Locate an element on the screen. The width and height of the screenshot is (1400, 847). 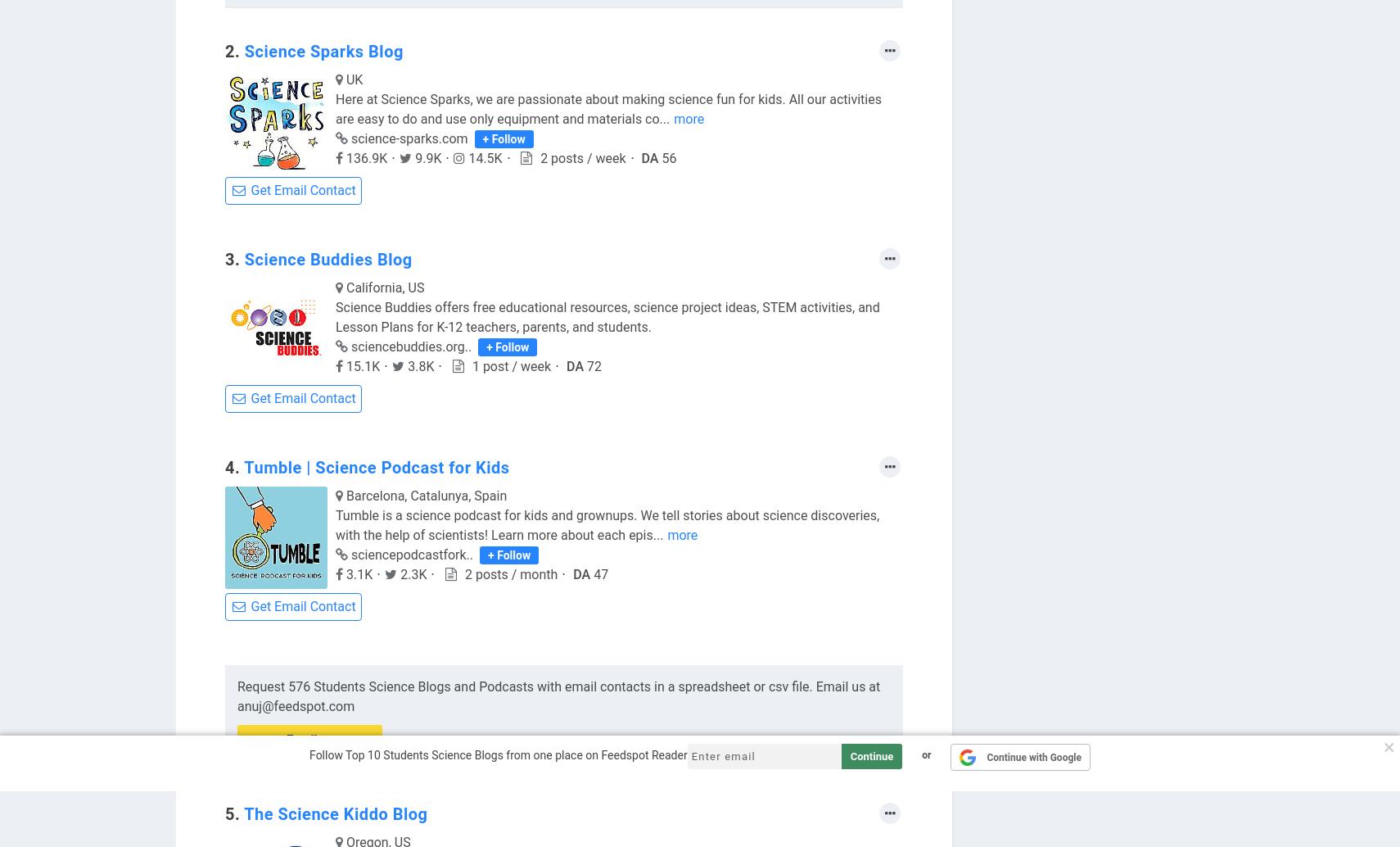
'56' is located at coordinates (661, 158).